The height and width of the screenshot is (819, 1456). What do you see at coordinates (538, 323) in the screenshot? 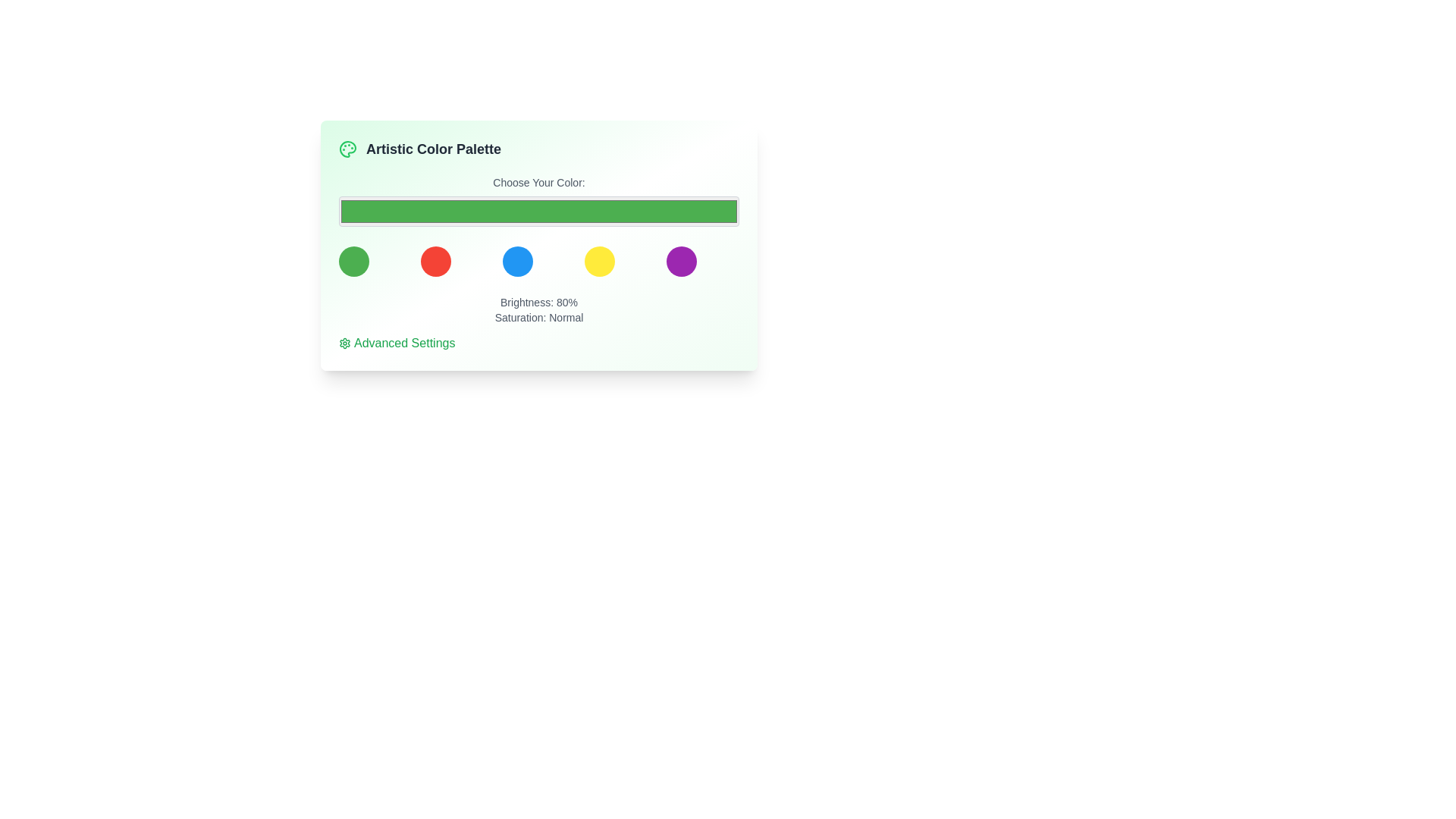
I see `the clickable link in the Information Display that shows current brightness and saturation settings` at bounding box center [538, 323].